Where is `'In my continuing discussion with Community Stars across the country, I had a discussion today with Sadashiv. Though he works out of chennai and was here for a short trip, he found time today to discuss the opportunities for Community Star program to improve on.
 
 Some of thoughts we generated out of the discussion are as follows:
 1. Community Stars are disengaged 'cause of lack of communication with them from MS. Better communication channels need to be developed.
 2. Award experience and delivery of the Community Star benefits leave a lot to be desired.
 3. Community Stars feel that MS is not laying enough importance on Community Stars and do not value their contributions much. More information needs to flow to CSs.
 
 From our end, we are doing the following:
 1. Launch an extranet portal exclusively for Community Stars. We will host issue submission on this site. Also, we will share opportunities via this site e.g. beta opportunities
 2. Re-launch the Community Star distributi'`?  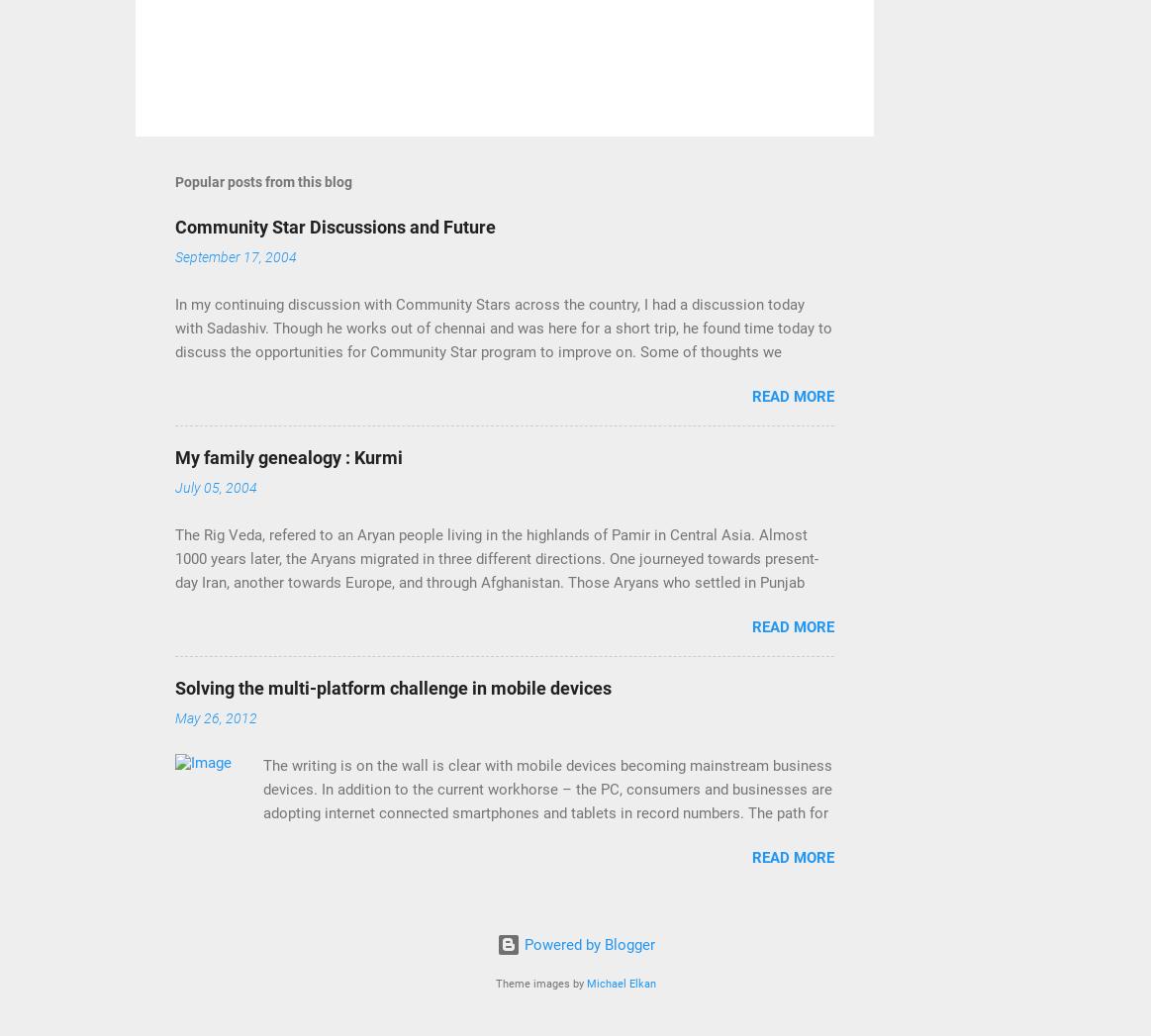 'In my continuing discussion with Community Stars across the country, I had a discussion today with Sadashiv. Though he works out of chennai and was here for a short trip, he found time today to discuss the opportunities for Community Star program to improve on.
 
 Some of thoughts we generated out of the discussion are as follows:
 1. Community Stars are disengaged 'cause of lack of communication with them from MS. Better communication channels need to be developed.
 2. Award experience and delivery of the Community Star benefits leave a lot to be desired.
 3. Community Stars feel that MS is not laying enough importance on Community Stars and do not value their contributions much. More information needs to flow to CSs.
 
 From our end, we are doing the following:
 1. Launch an extranet portal exclusively for Community Stars. We will host issue submission on this site. Also, we will share opportunities via this site e.g. beta opportunities
 2. Re-launch the Community Star distributi' is located at coordinates (501, 423).